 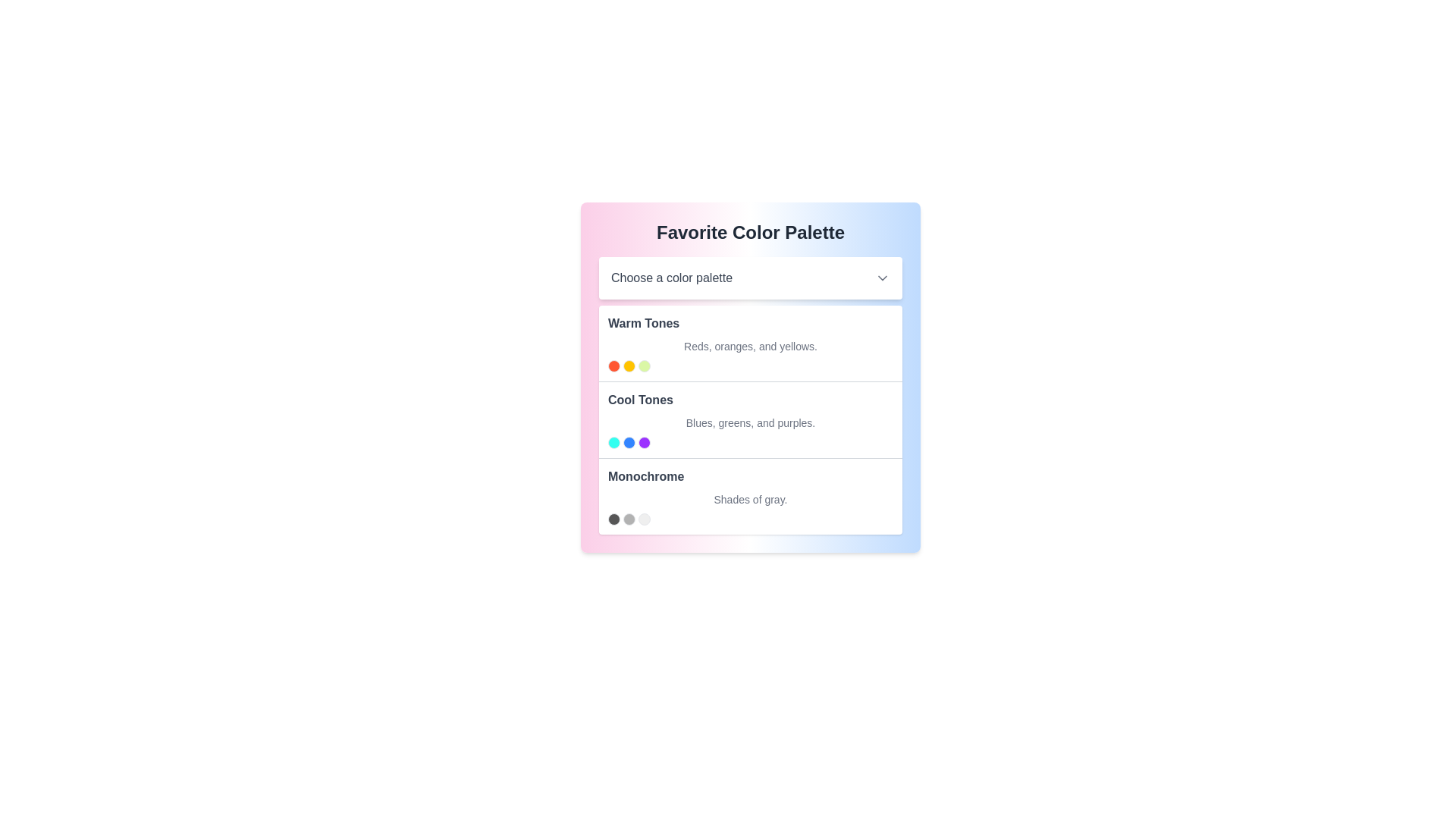 I want to click on the bold-texted label titled 'Cool Tones' styled in gray, positioned prominently in the 'Favorite Color Palette' interface, so click(x=640, y=400).